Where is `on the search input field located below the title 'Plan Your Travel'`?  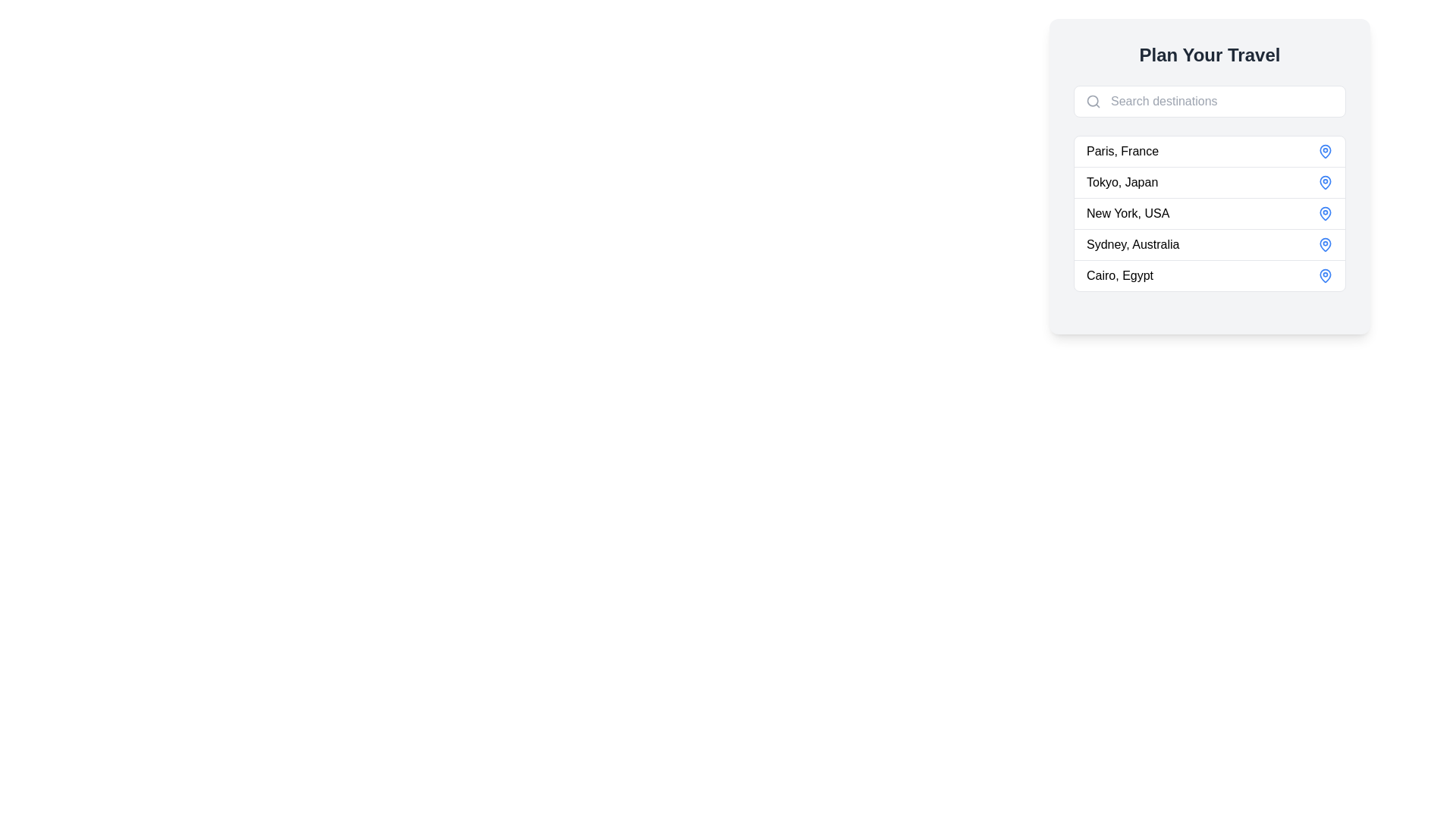 on the search input field located below the title 'Plan Your Travel' is located at coordinates (1209, 102).